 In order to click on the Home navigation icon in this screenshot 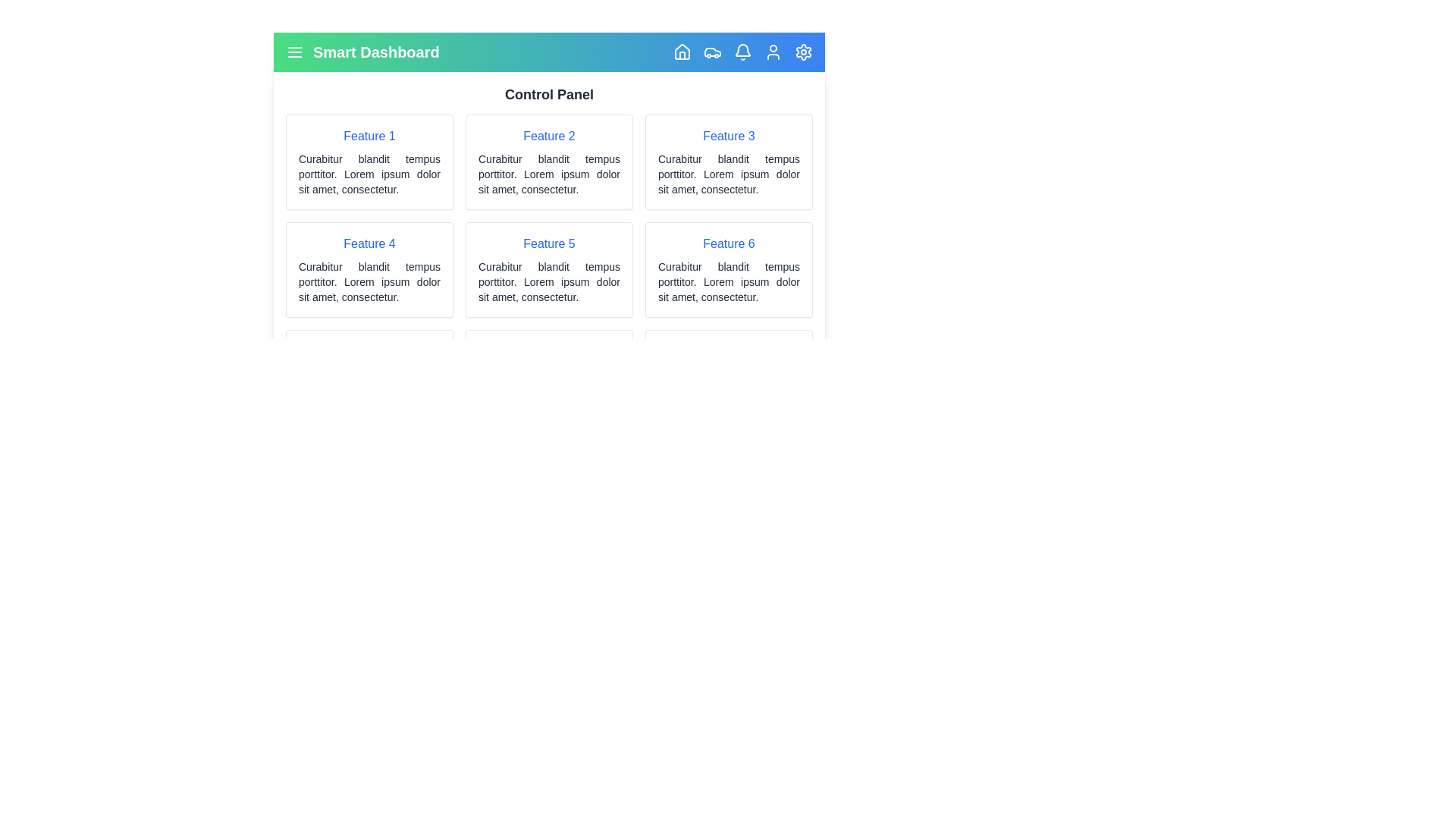, I will do `click(682, 52)`.